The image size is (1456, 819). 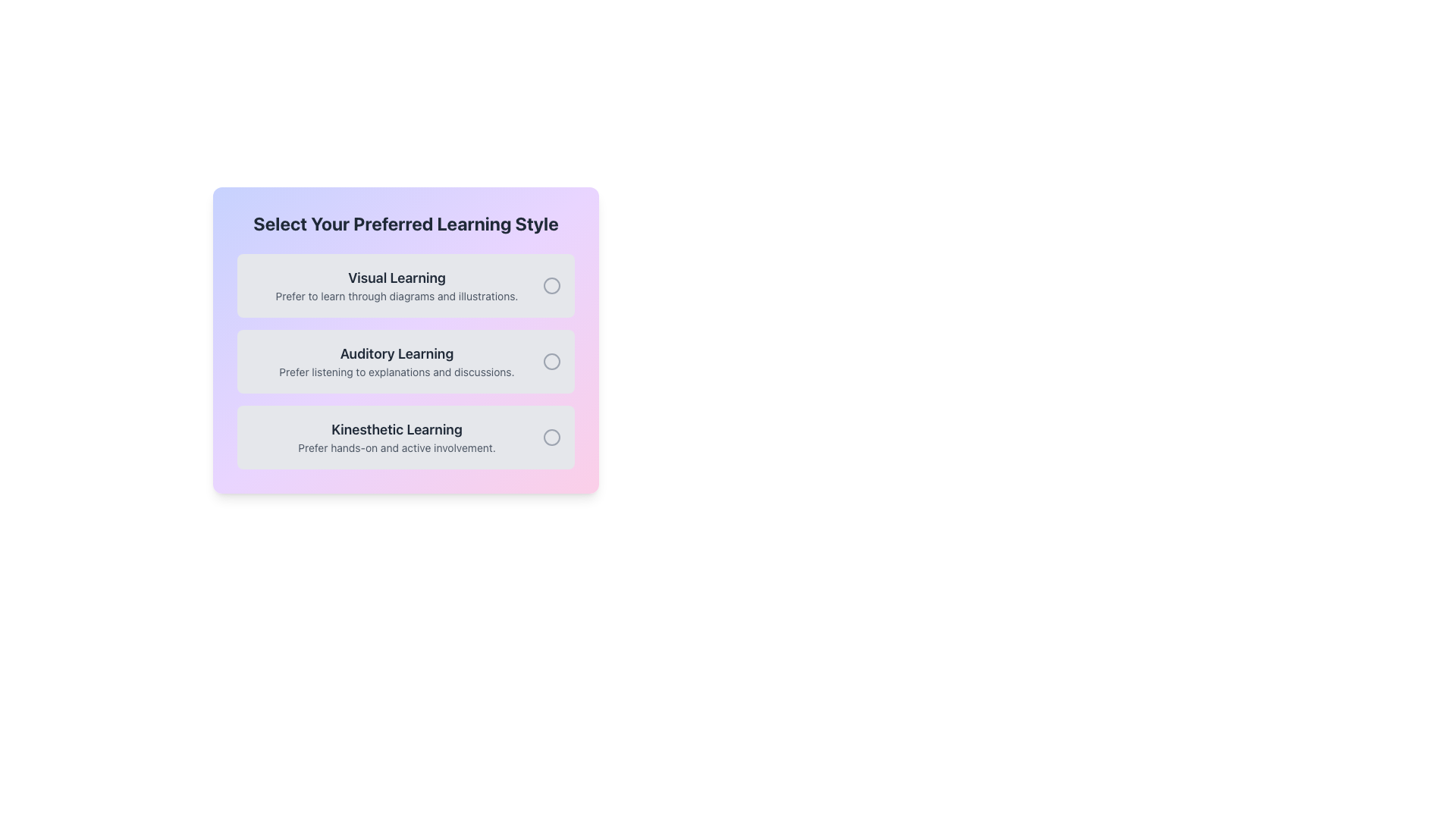 What do you see at coordinates (397, 286) in the screenshot?
I see `the 'Visual Learning' text label` at bounding box center [397, 286].